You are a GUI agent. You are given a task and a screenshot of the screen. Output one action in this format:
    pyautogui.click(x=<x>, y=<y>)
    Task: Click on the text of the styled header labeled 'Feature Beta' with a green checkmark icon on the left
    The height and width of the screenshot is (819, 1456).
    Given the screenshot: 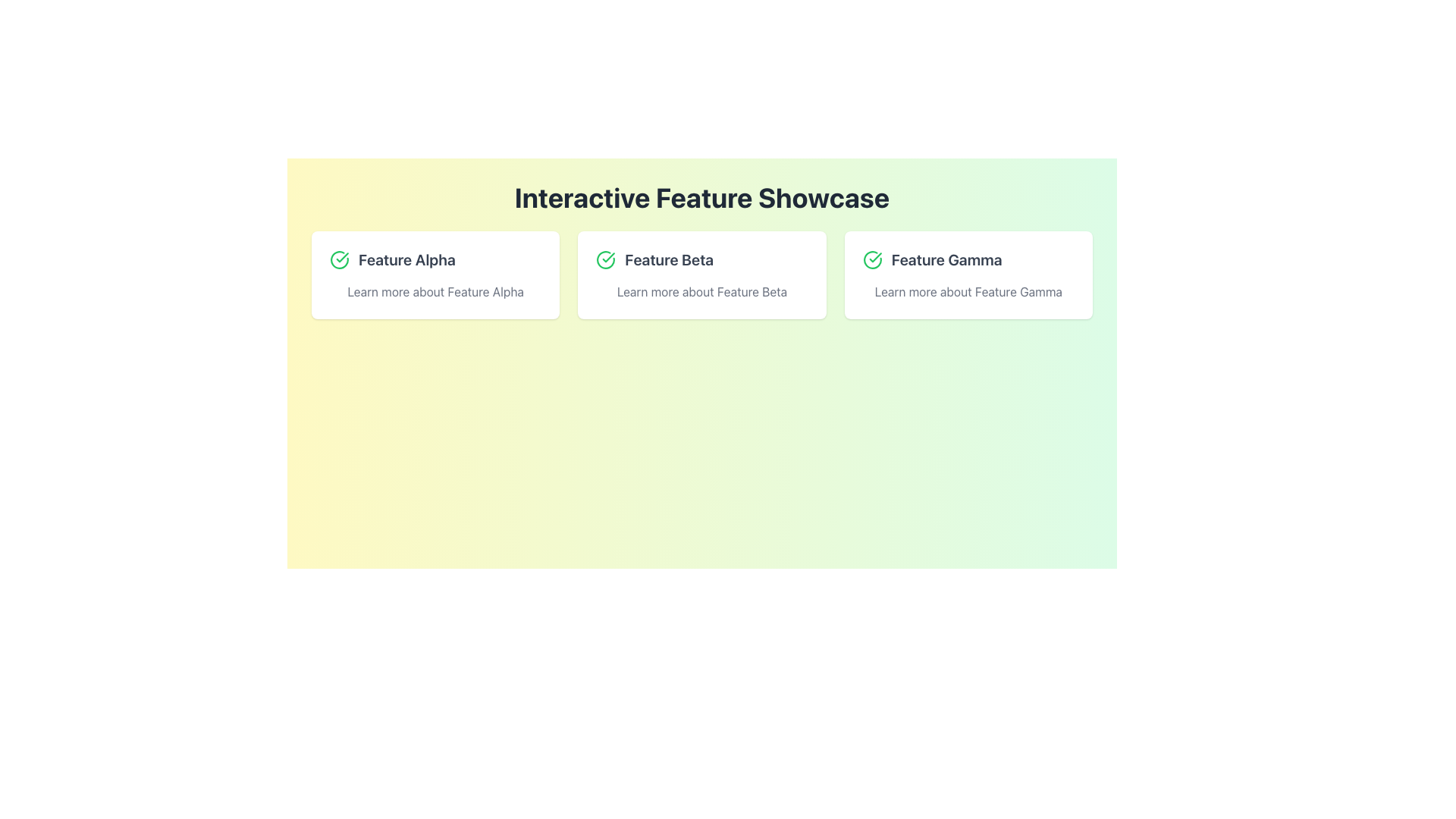 What is the action you would take?
    pyautogui.click(x=701, y=259)
    